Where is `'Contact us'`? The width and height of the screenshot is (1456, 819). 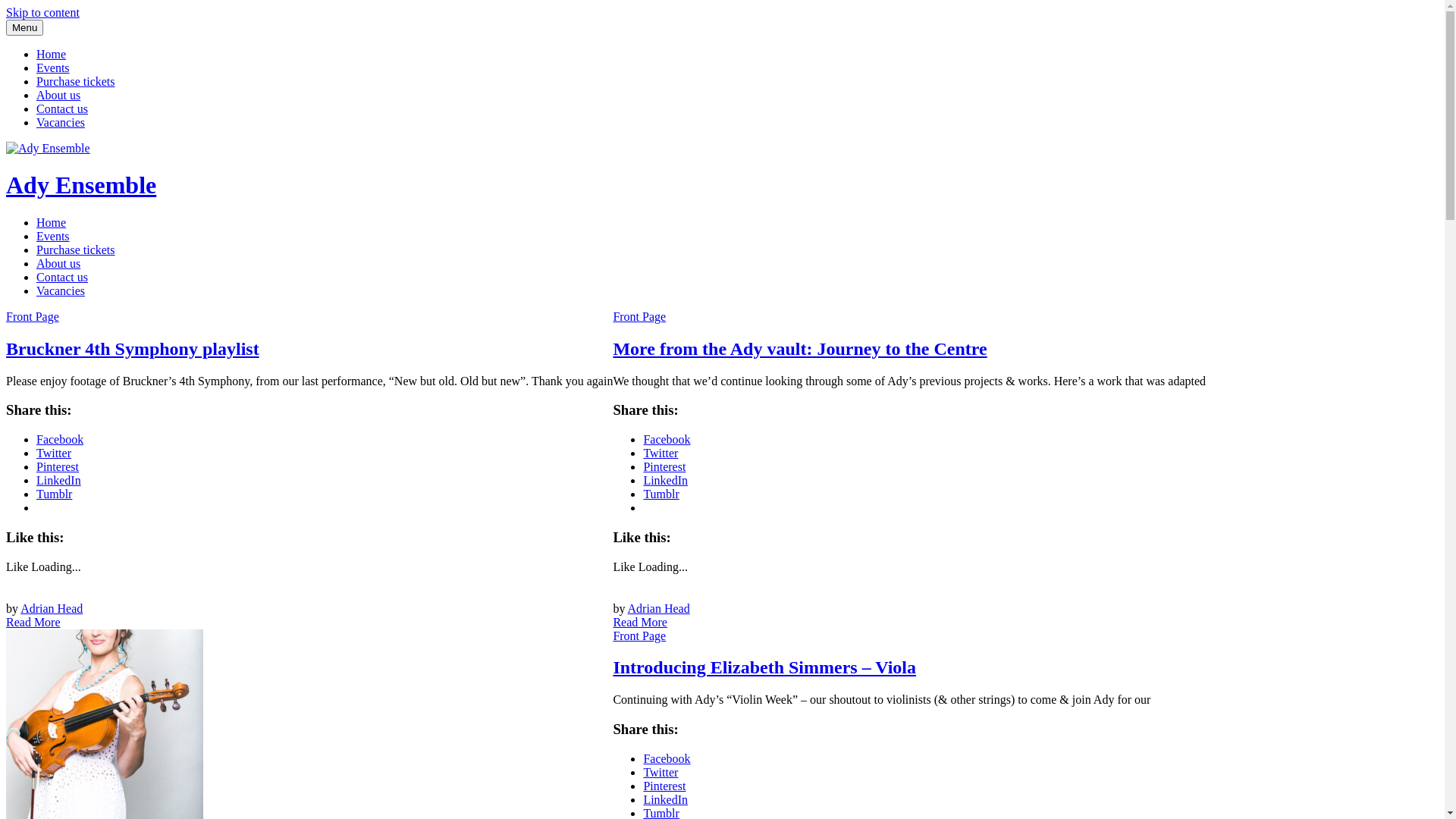 'Contact us' is located at coordinates (61, 108).